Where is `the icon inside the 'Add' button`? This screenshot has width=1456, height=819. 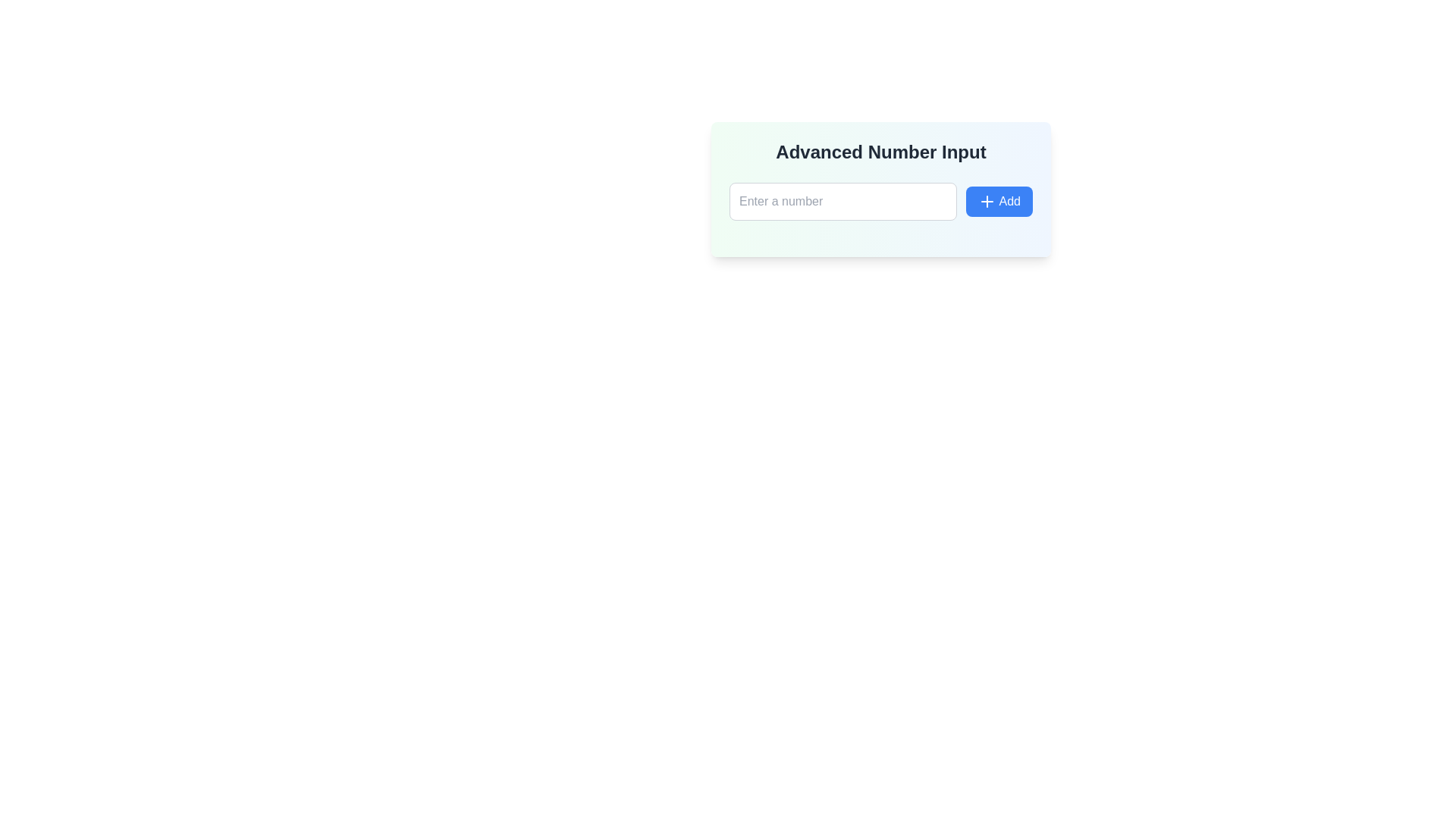 the icon inside the 'Add' button is located at coordinates (987, 201).